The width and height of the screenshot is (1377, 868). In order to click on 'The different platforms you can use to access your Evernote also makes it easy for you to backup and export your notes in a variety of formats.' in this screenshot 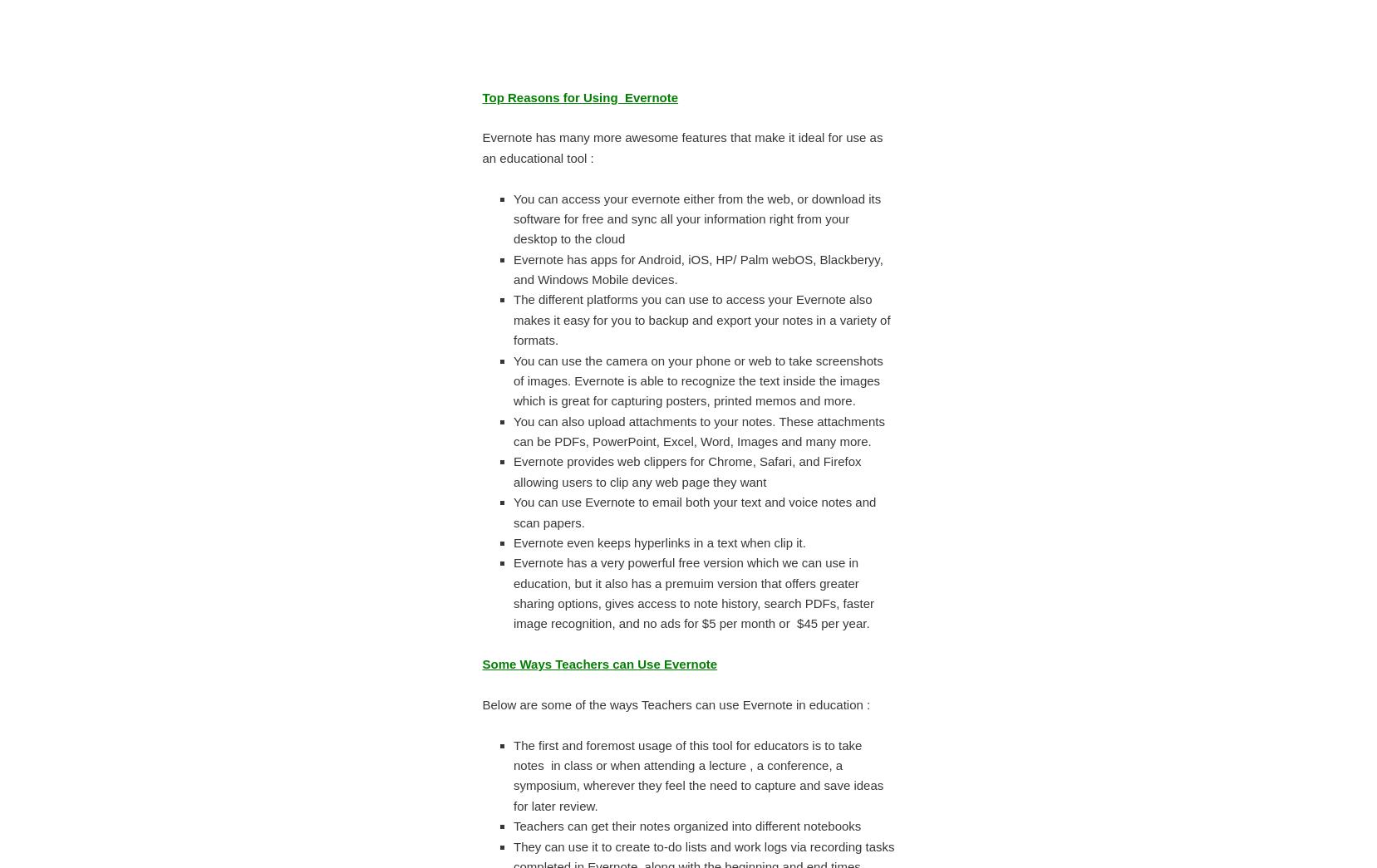, I will do `click(514, 318)`.